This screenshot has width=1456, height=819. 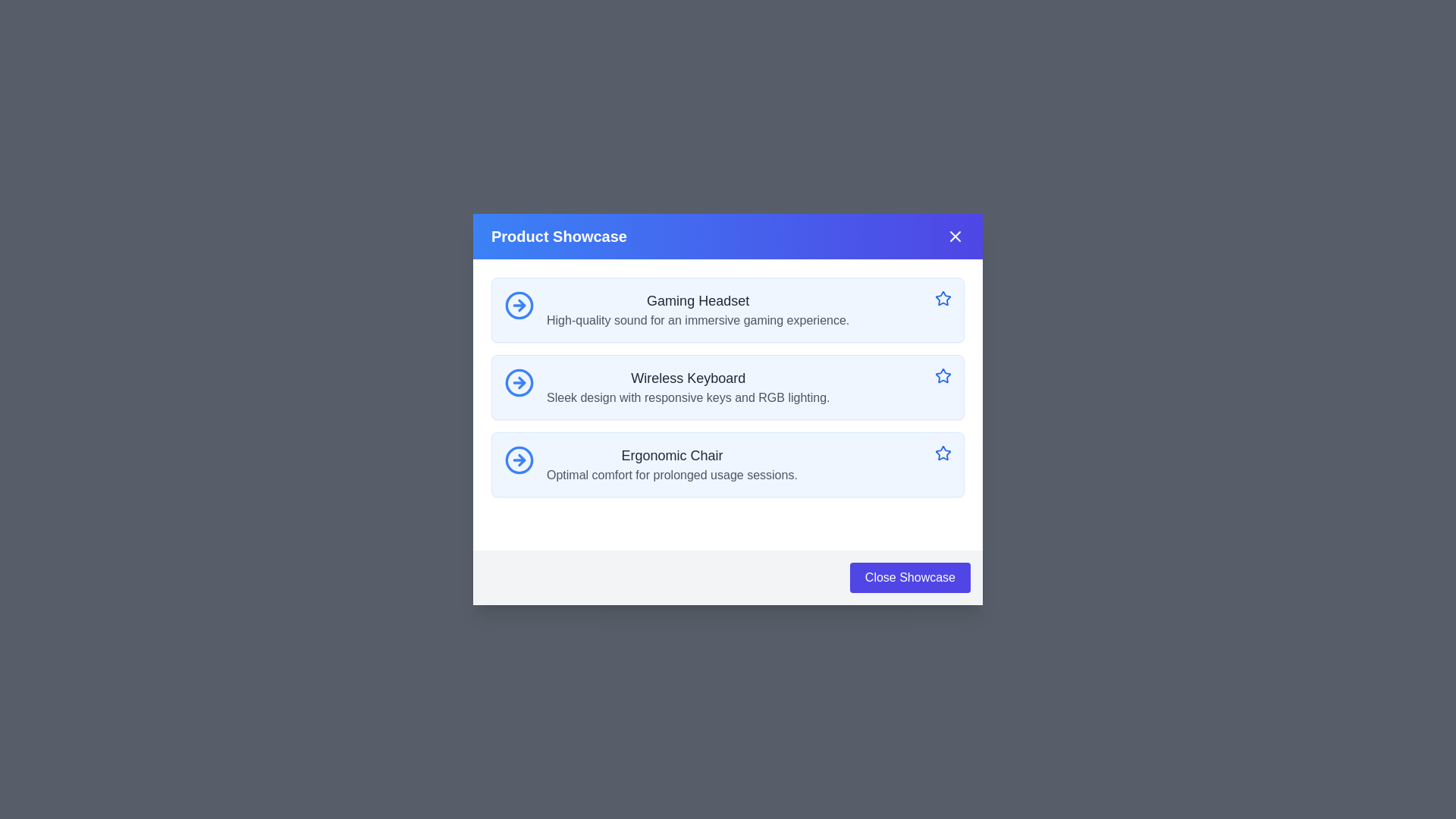 I want to click on any interactive elements present near the product description text block for the product entry located at the top of the vertical list, which includes 'Wireless Keyboard' and 'Ergonomic Chair', so click(x=697, y=309).